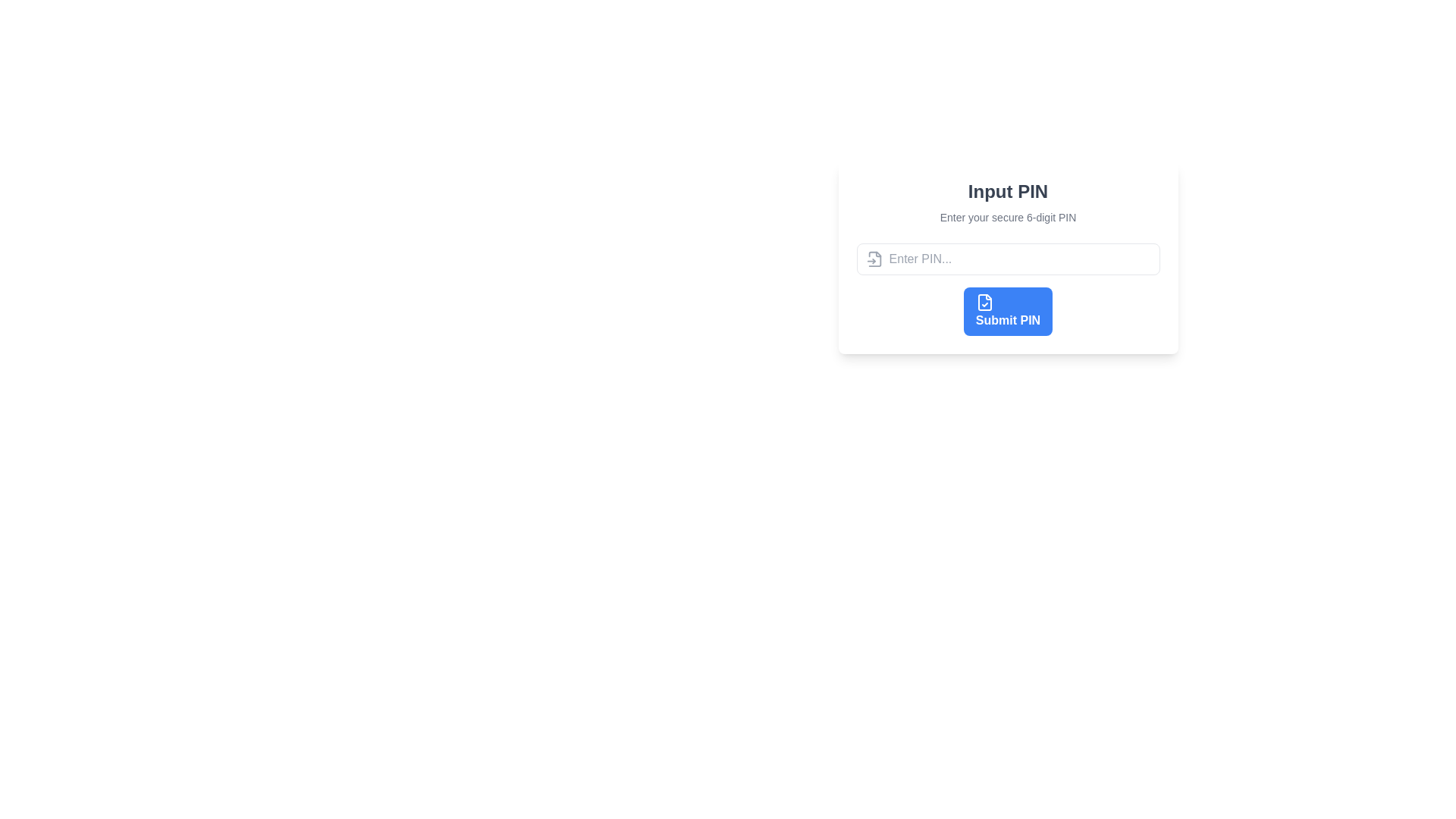 The height and width of the screenshot is (819, 1456). What do you see at coordinates (1008, 217) in the screenshot?
I see `the instructional text label that describes the format or type of PIN needed for input, located beneath the 'Input PIN' title` at bounding box center [1008, 217].